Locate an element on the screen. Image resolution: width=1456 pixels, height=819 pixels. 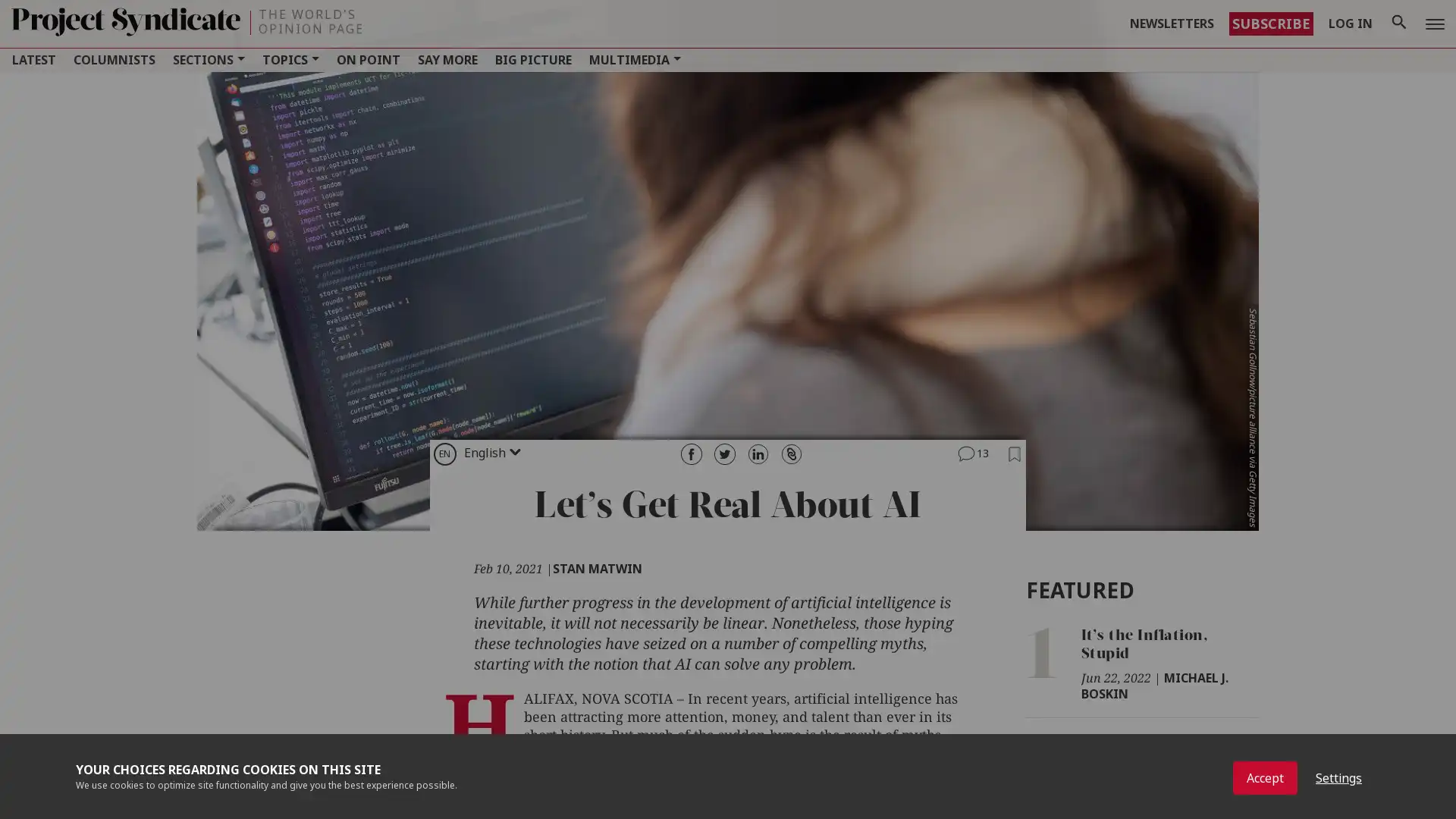
Accept is located at coordinates (1265, 778).